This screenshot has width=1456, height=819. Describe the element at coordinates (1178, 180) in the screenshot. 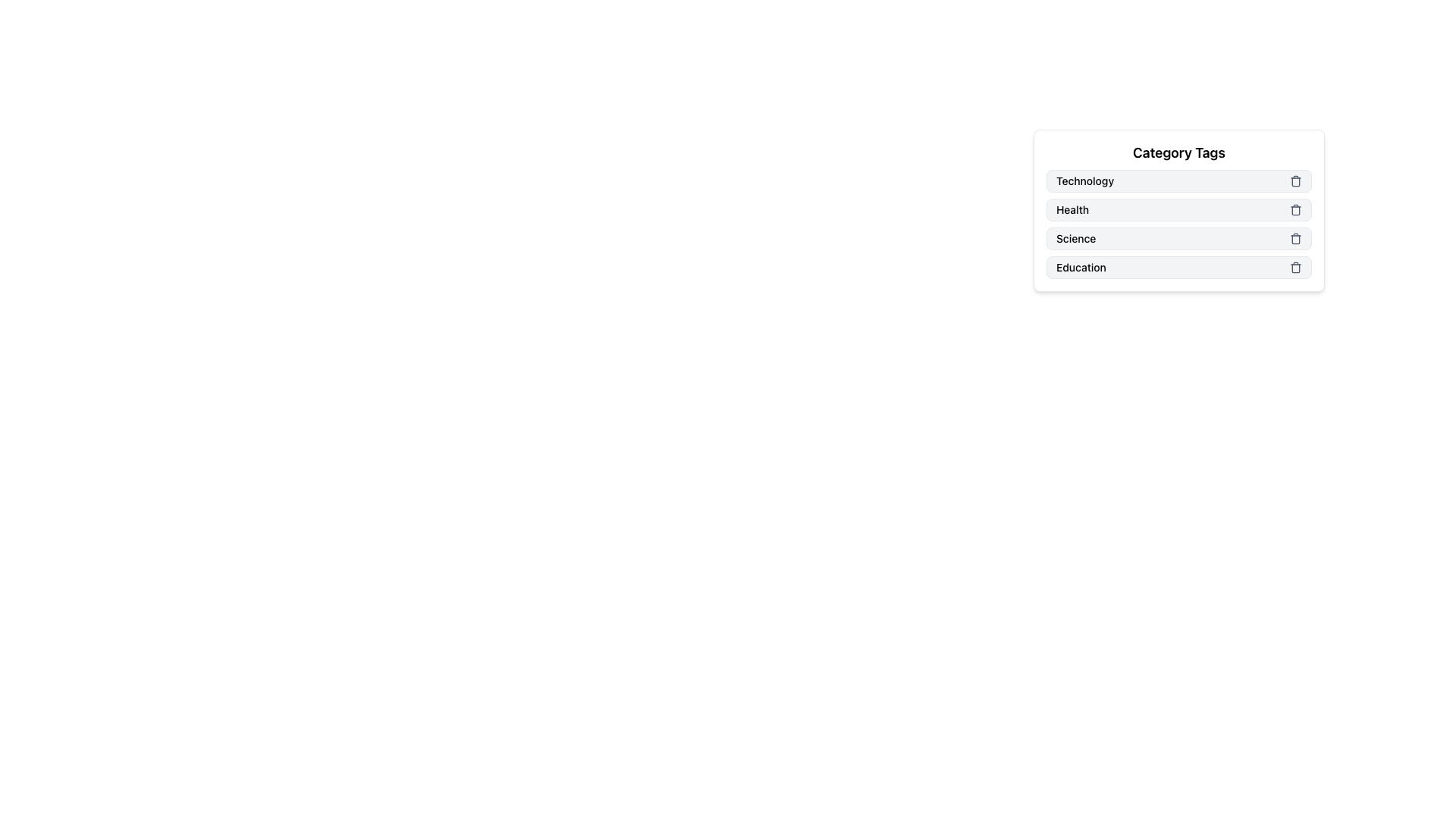

I see `the category tag labeled 'Technology' which is the first item in the 'Category Tags' list` at that location.